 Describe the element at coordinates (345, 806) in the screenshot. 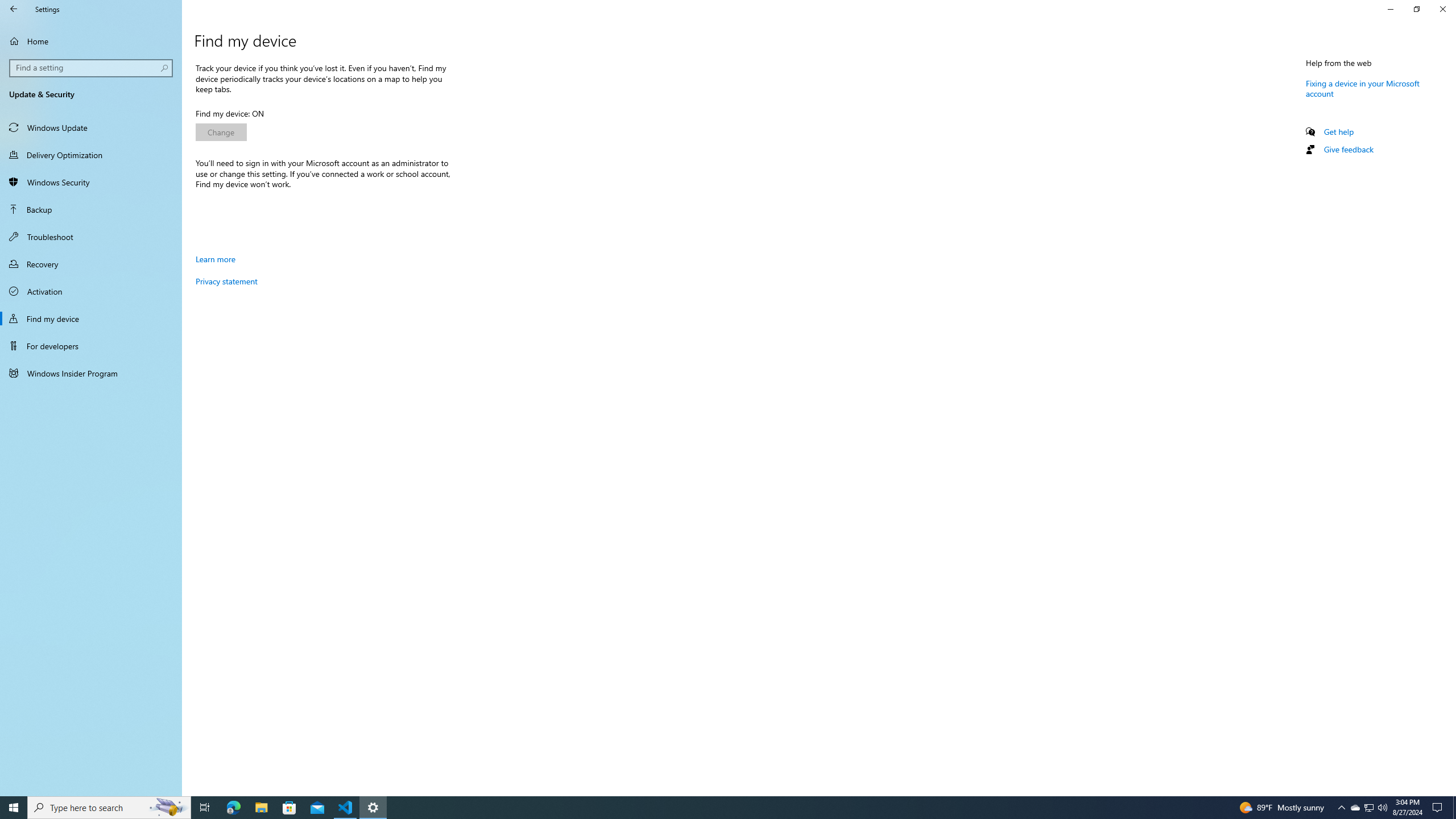

I see `'Visual Studio Code - 1 running window'` at that location.